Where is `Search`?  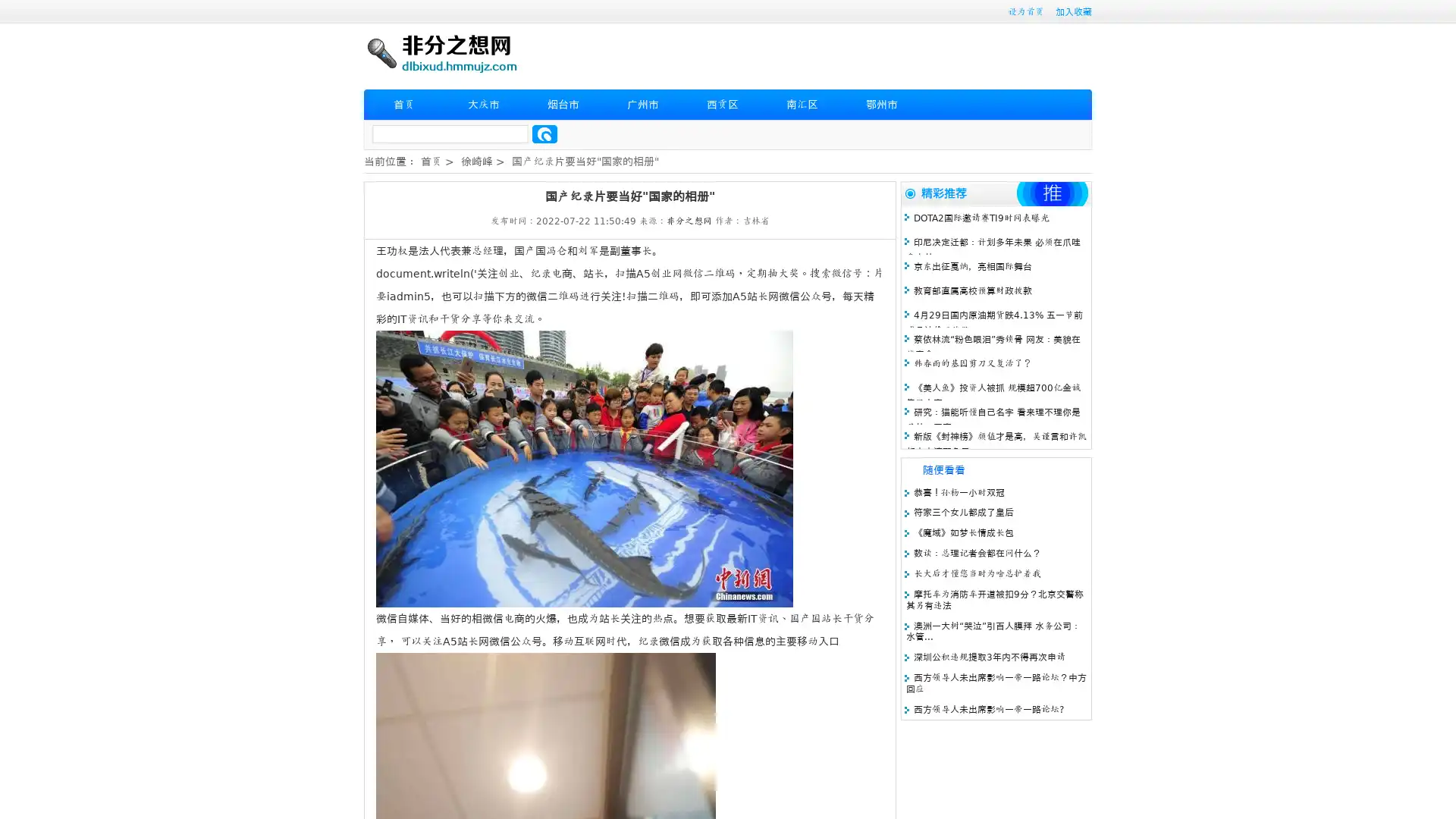 Search is located at coordinates (544, 133).